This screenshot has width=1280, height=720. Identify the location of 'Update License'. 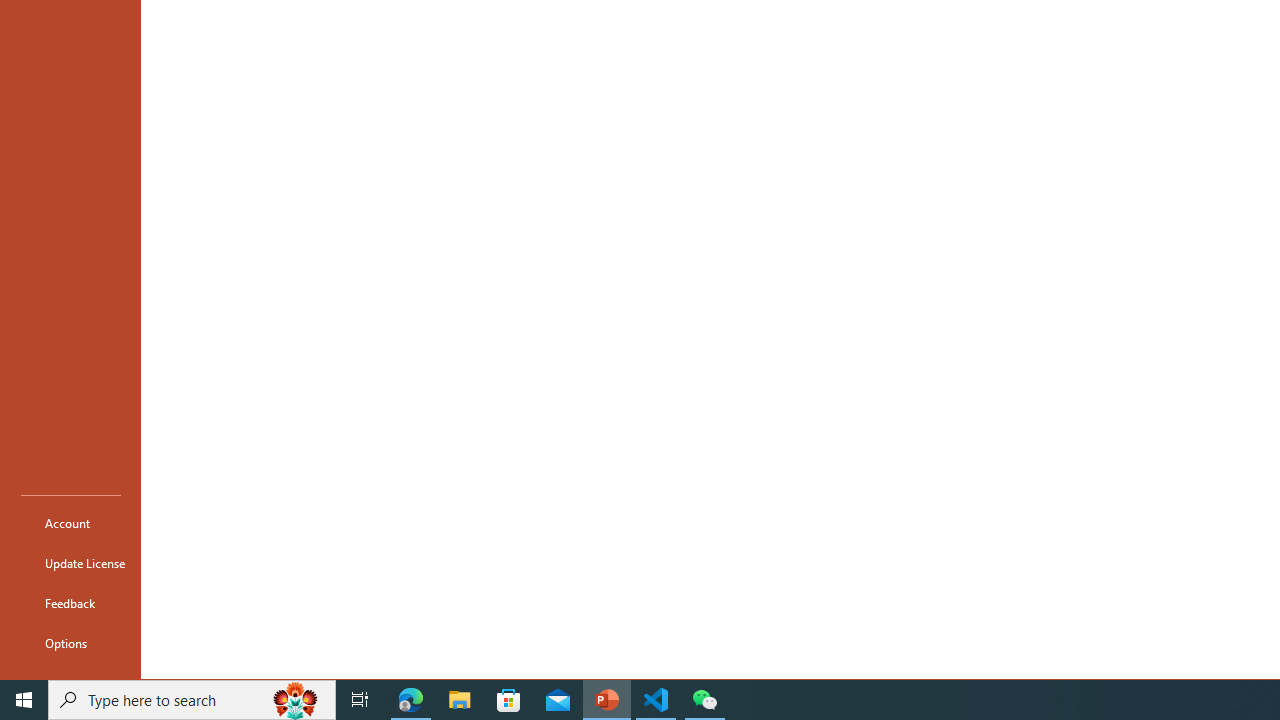
(71, 563).